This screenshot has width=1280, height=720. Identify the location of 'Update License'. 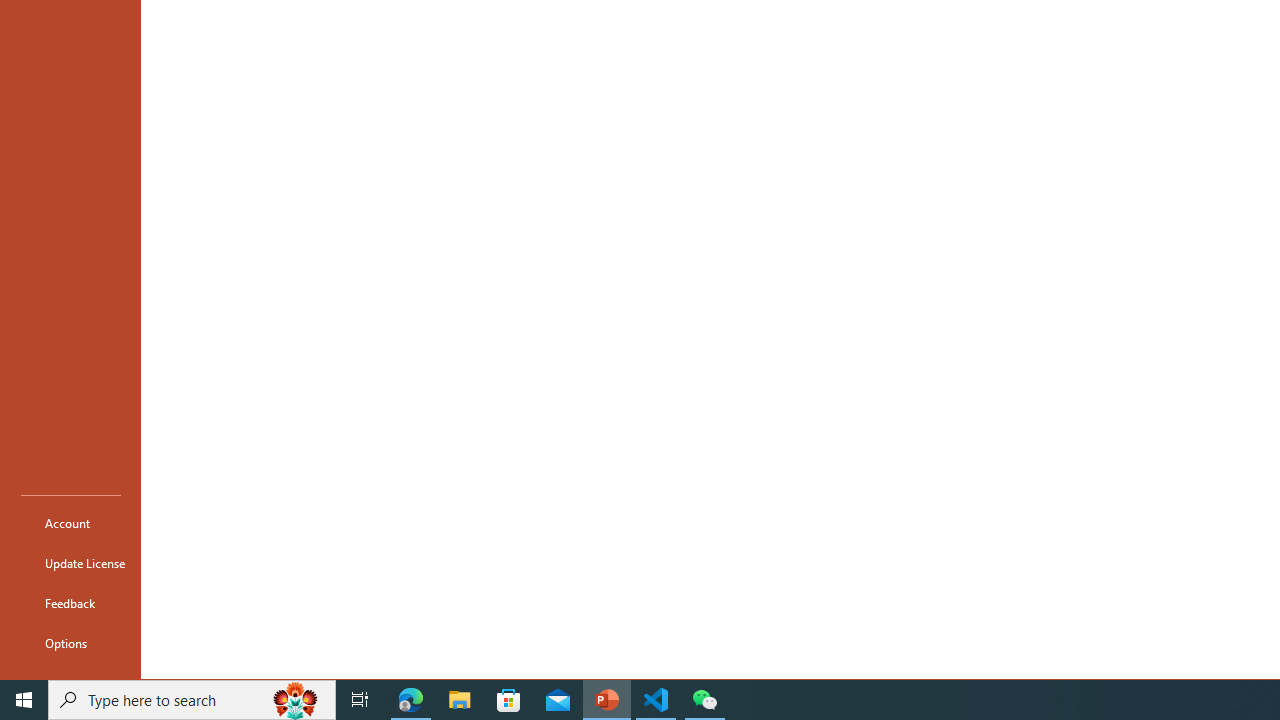
(71, 563).